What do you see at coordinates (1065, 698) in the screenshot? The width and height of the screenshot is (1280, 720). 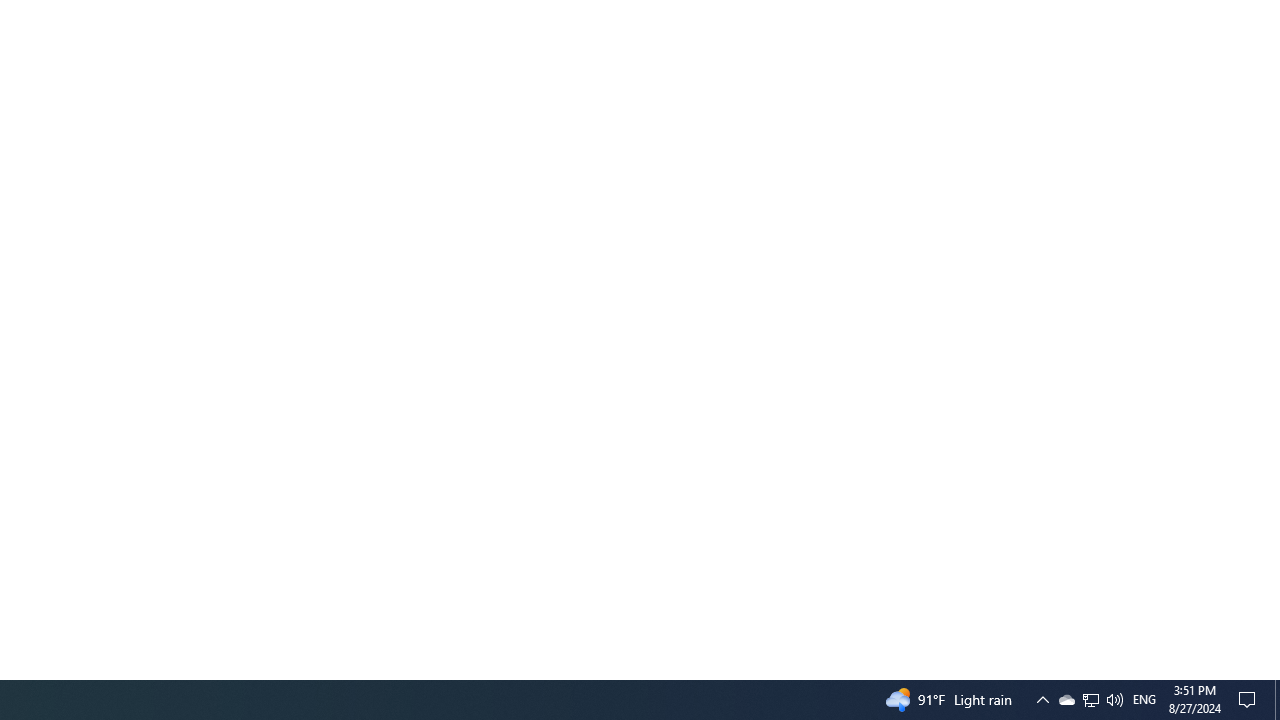 I see `'Q2790: 100%'` at bounding box center [1065, 698].